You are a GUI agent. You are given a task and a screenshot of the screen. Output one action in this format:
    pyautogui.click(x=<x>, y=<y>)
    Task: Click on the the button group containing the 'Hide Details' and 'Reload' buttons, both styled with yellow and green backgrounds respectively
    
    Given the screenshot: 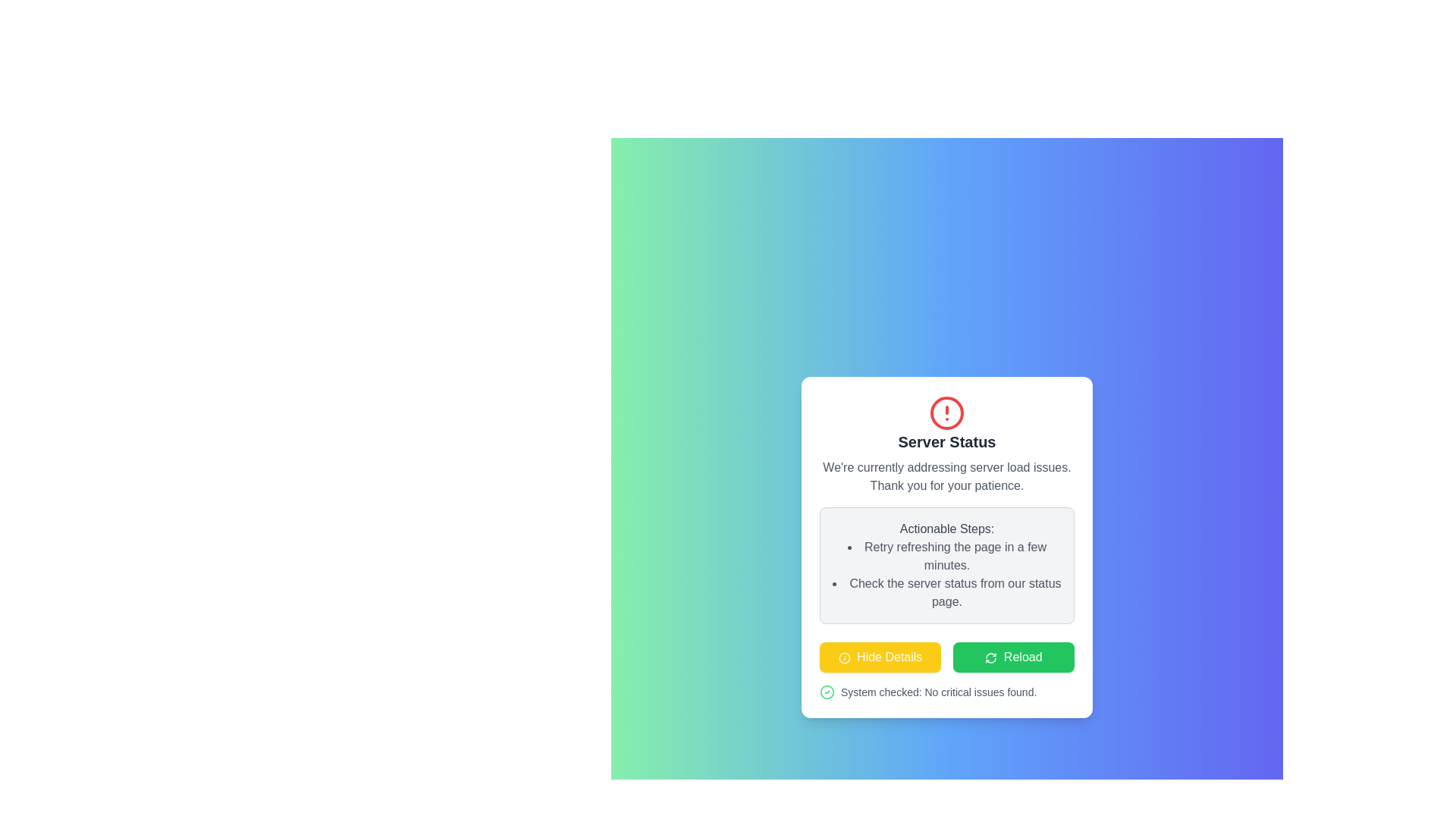 What is the action you would take?
    pyautogui.click(x=946, y=657)
    